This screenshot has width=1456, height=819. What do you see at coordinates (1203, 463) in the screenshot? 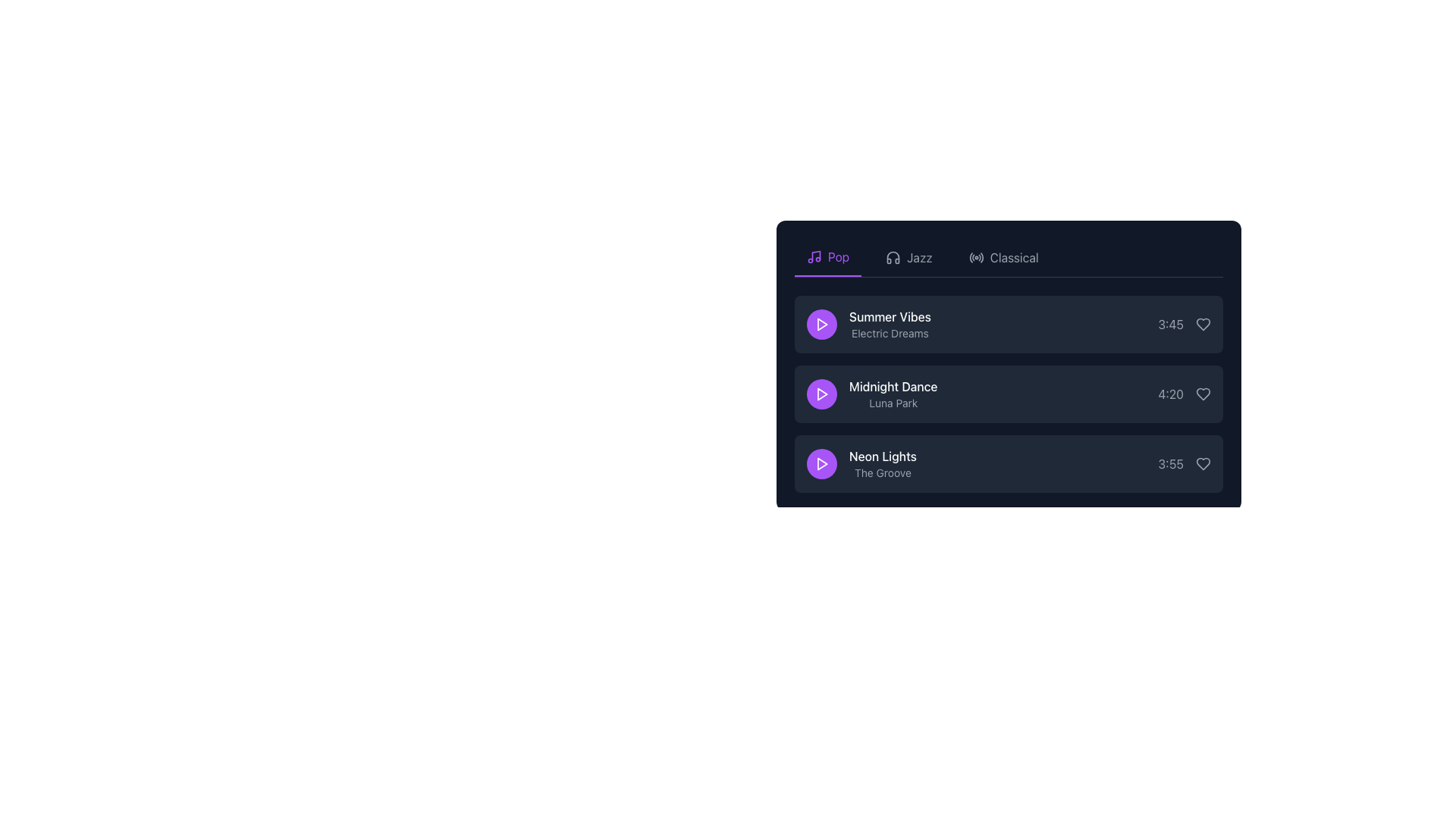
I see `the like button for the associated track, located in the bottommost row of the song track list` at bounding box center [1203, 463].